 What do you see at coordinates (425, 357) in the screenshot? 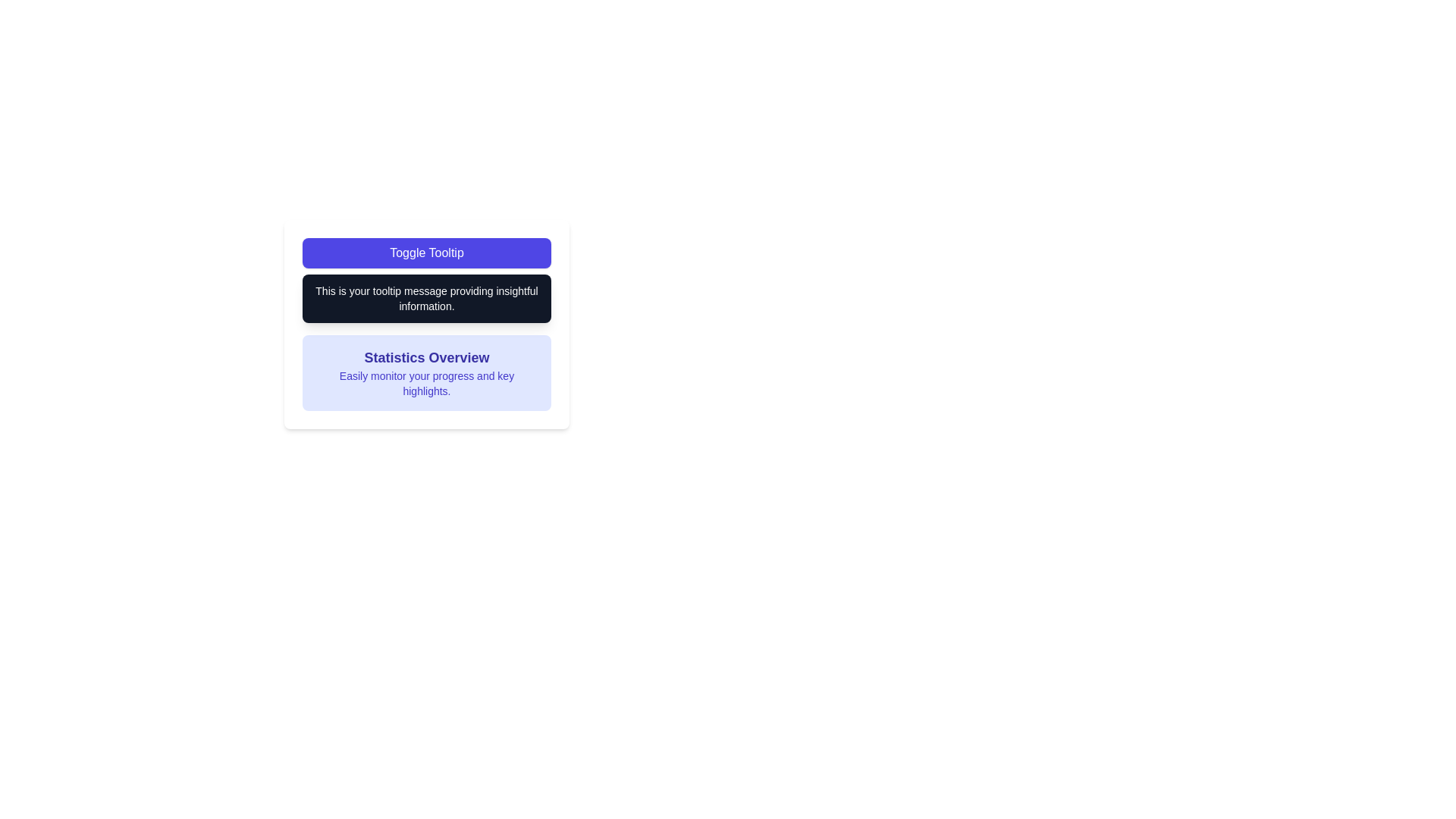
I see `the text 'Statistics Overview' for copying from the prominent text label styled in large, bold indigo font` at bounding box center [425, 357].